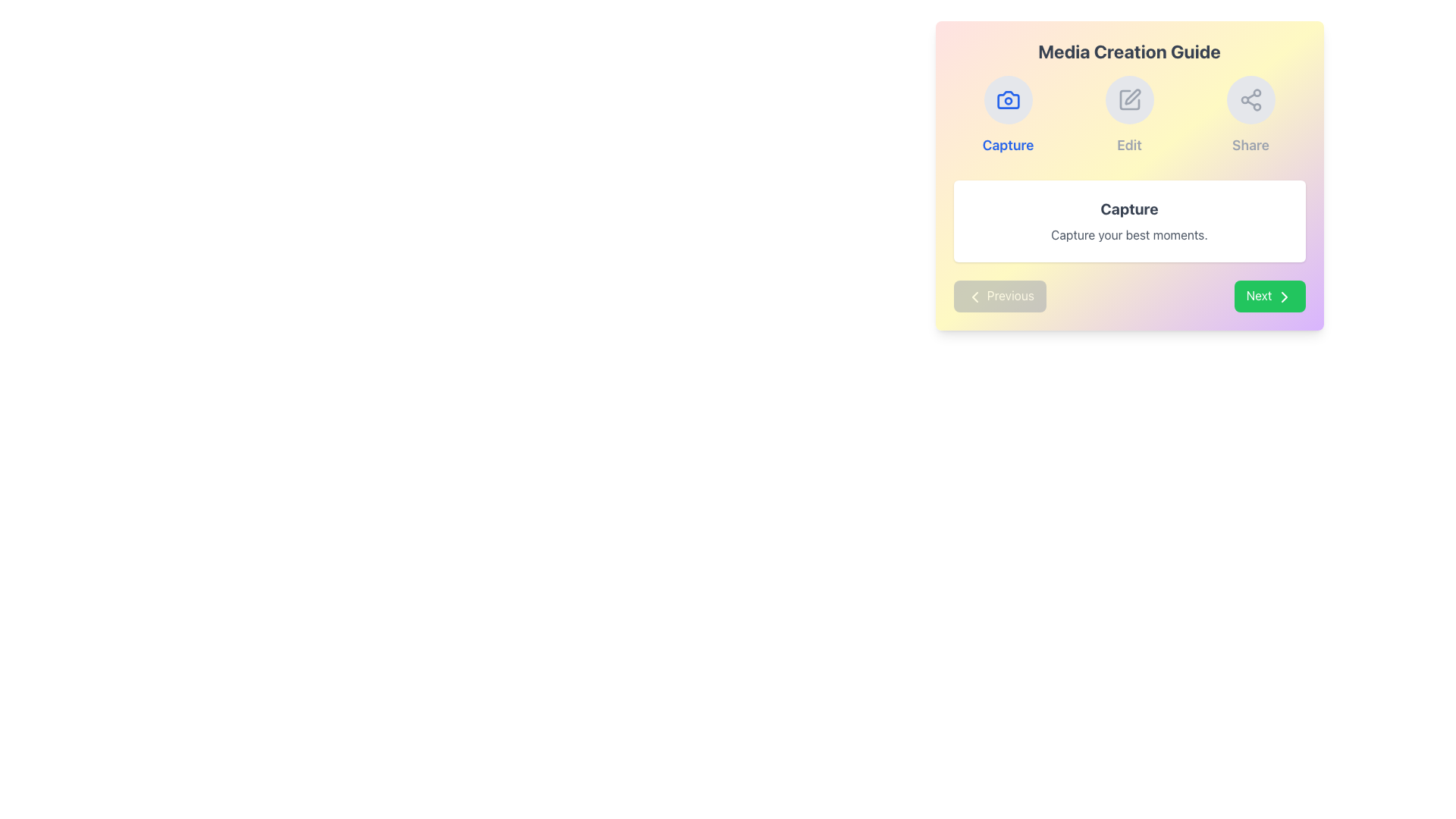 The image size is (1456, 819). I want to click on the camera icon located in the top left section of the 'Media Creation Guide' card, above the 'Capture' label, so click(1008, 99).